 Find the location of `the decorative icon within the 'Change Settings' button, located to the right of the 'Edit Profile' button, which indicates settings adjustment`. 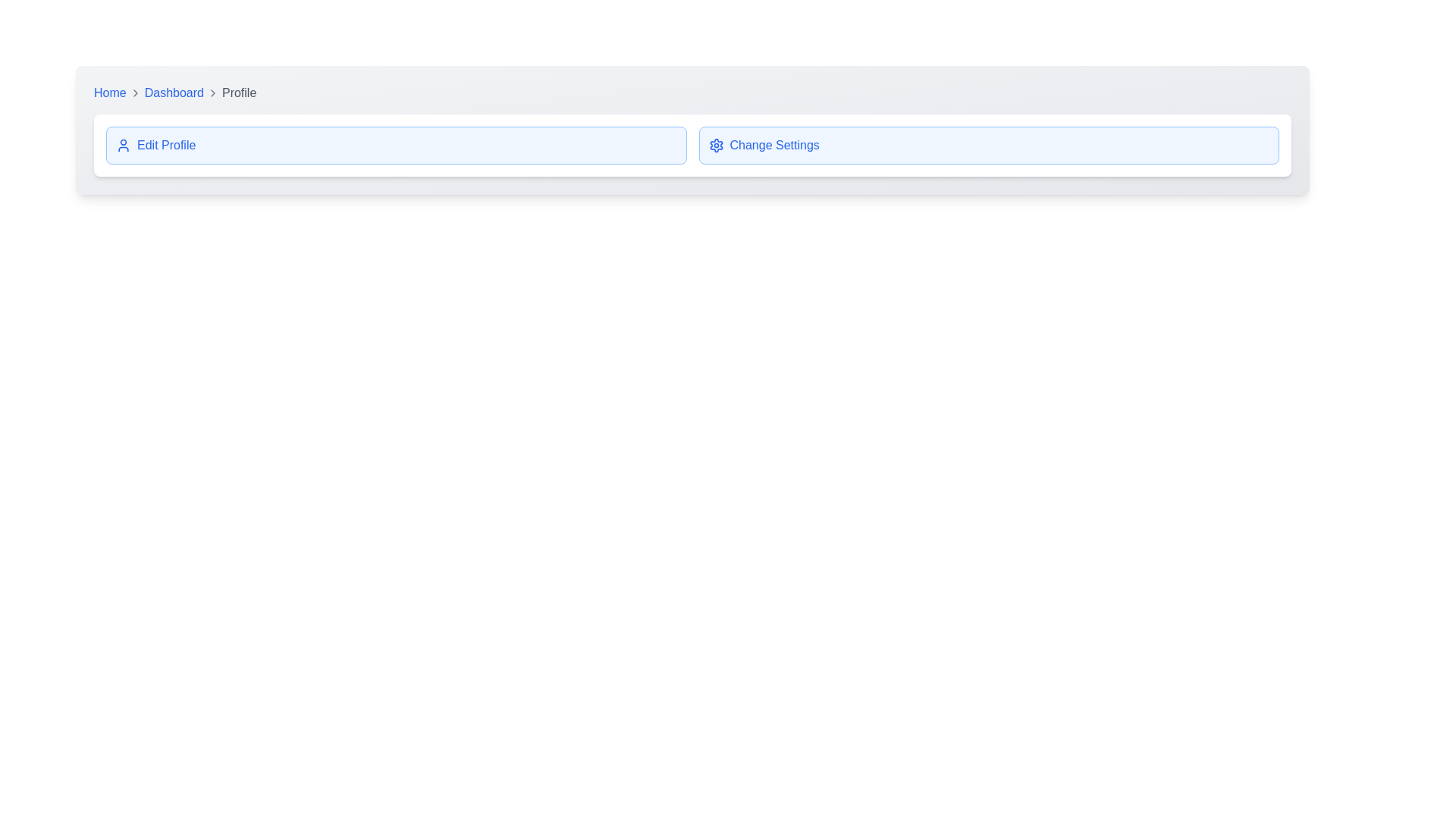

the decorative icon within the 'Change Settings' button, located to the right of the 'Edit Profile' button, which indicates settings adjustment is located at coordinates (715, 146).